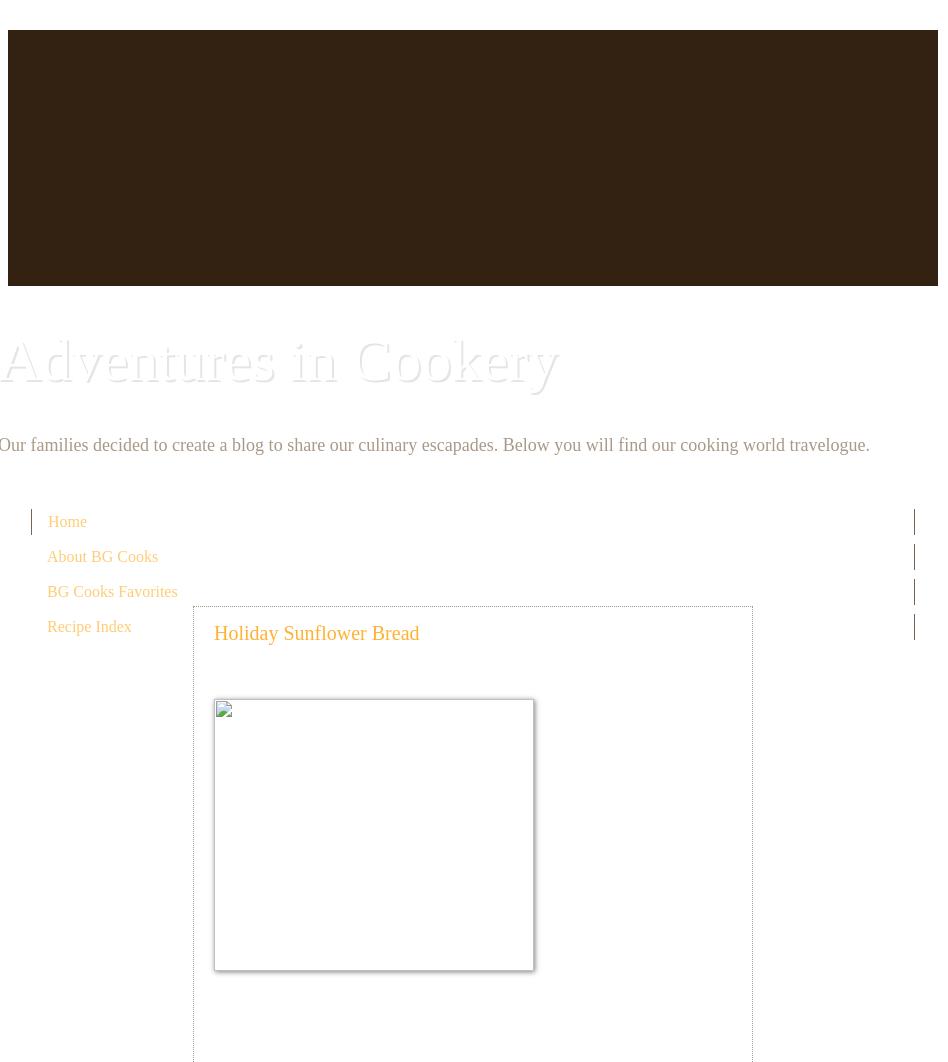 The image size is (948, 1062). Describe the element at coordinates (212, 1009) in the screenshot. I see `'2.5 tsp dry yeast'` at that location.